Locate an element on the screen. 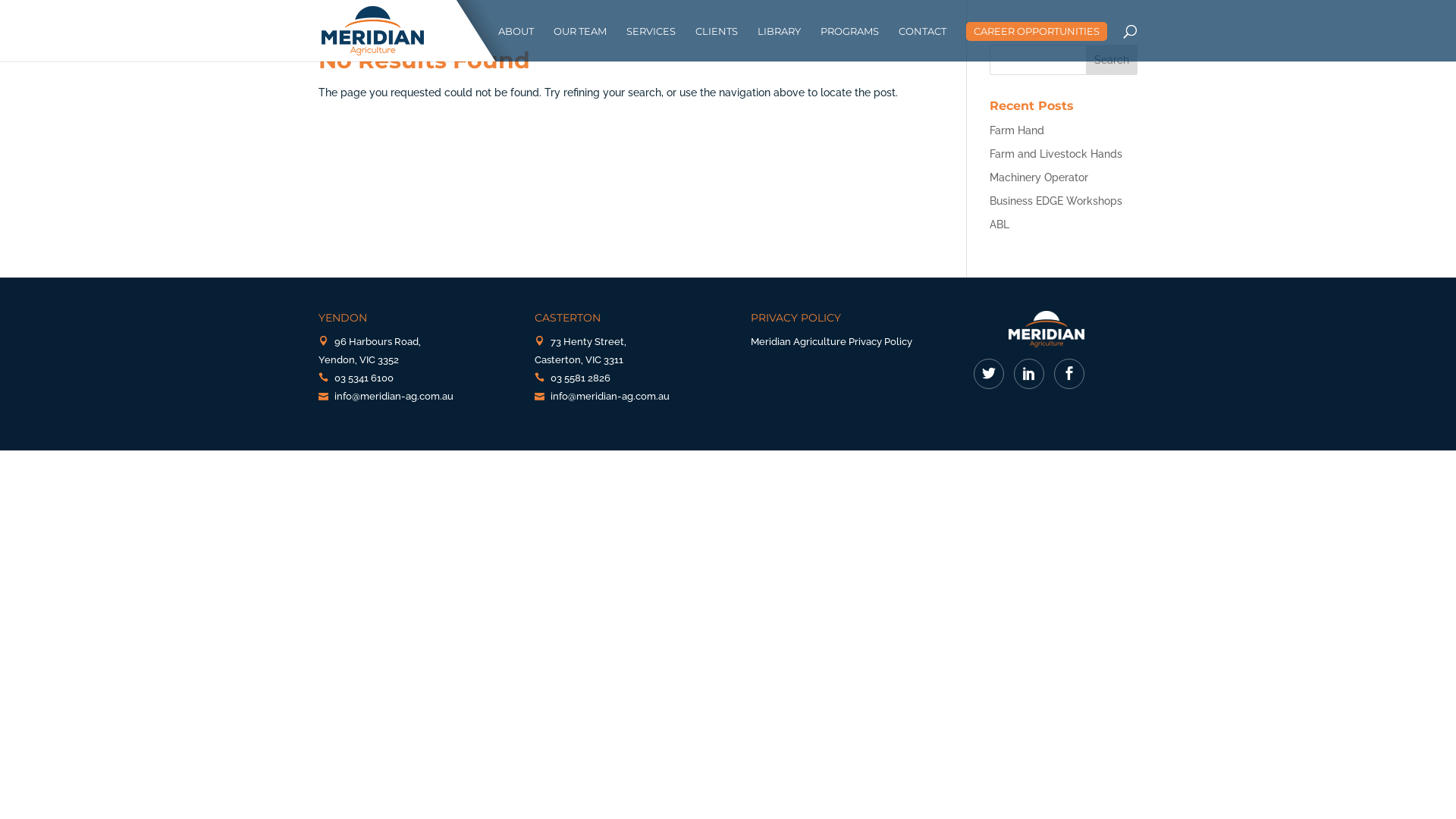 The height and width of the screenshot is (819, 1456). 'Meridian Agriculture Privacy Policy' is located at coordinates (830, 341).